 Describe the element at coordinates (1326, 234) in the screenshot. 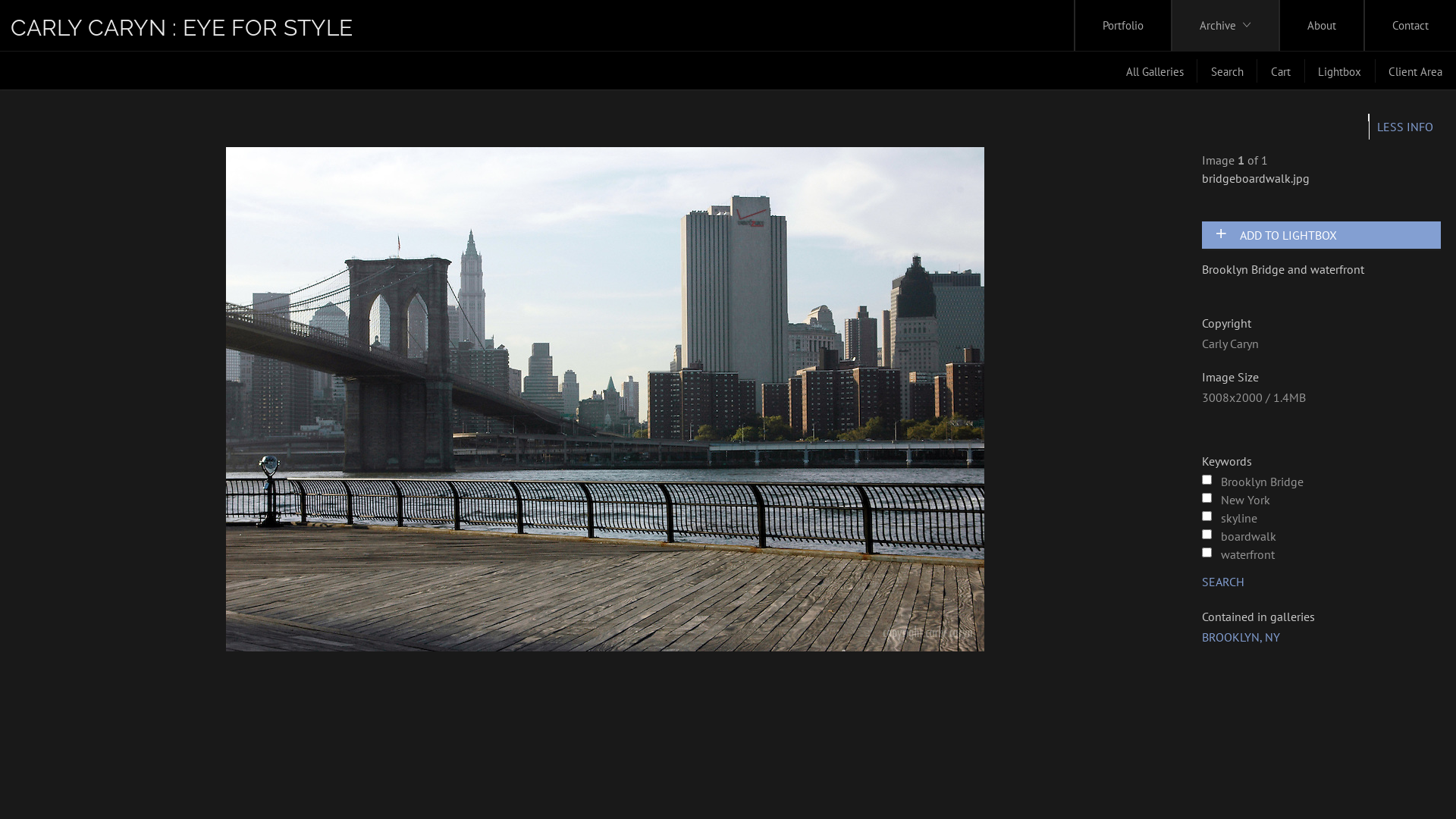

I see `'ADD TO LIGHTBOX'` at that location.